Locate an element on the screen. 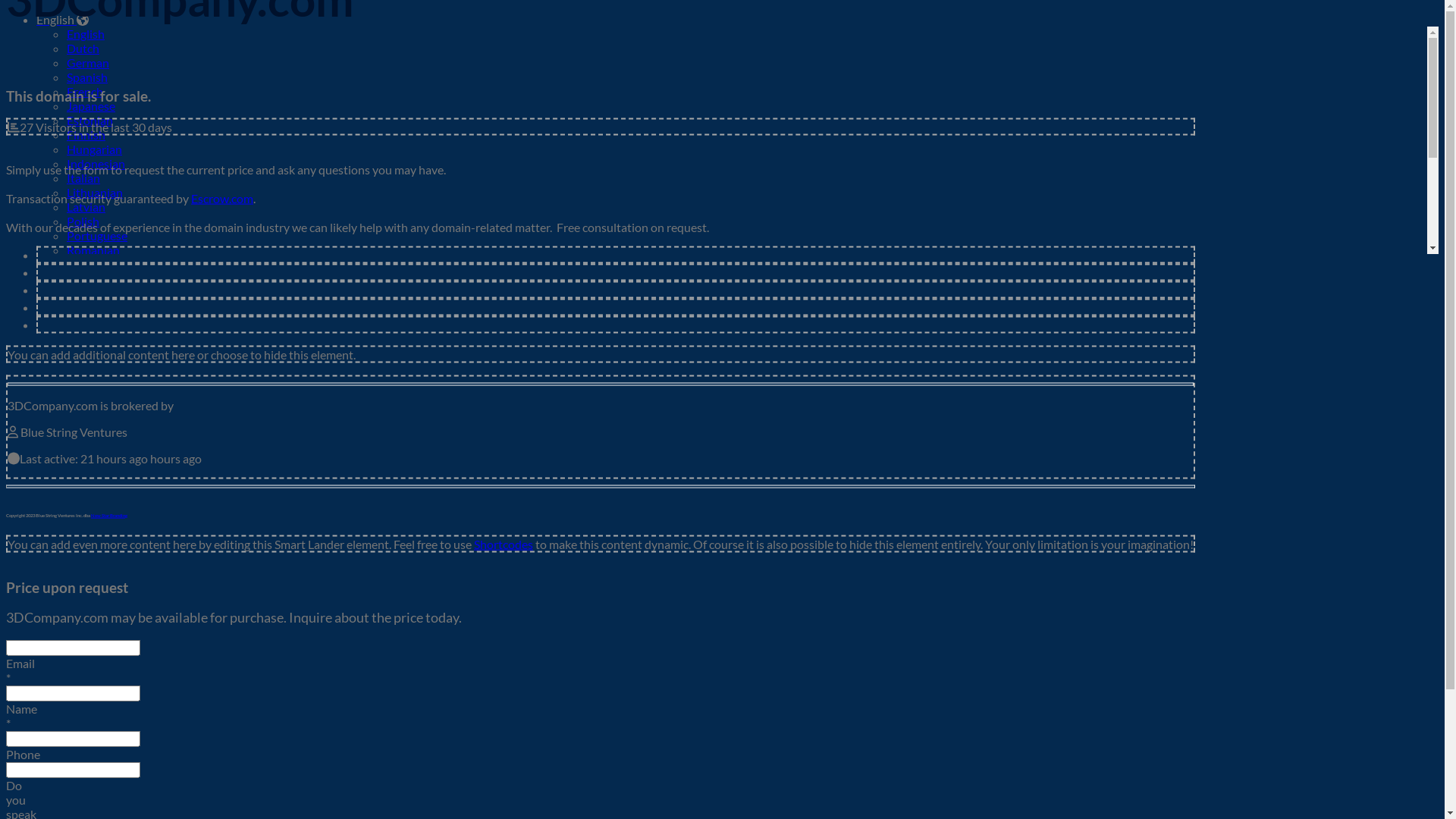  'English' is located at coordinates (36, 19).